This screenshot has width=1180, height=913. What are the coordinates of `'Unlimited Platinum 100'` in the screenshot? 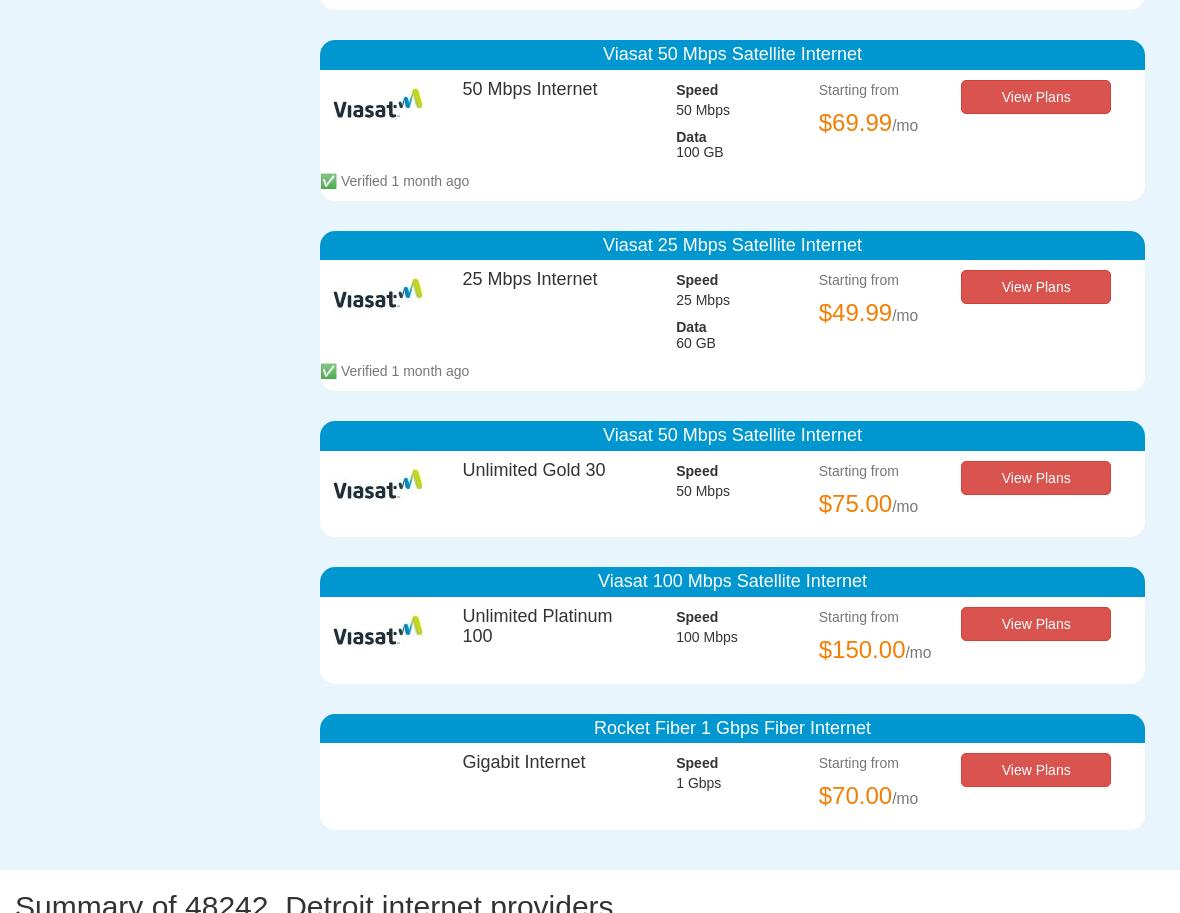 It's located at (537, 625).